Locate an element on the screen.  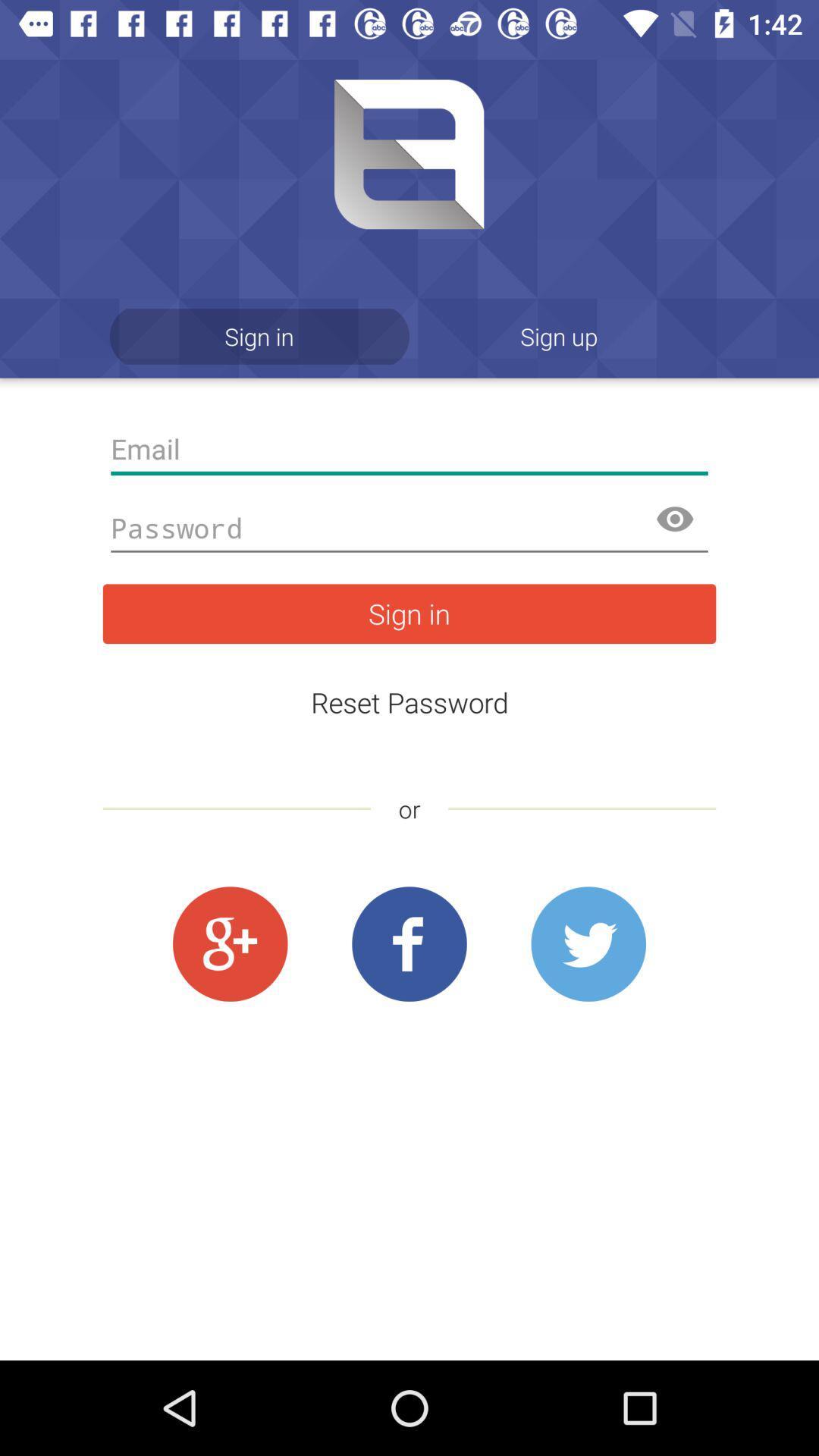
the sign up icon is located at coordinates (559, 335).